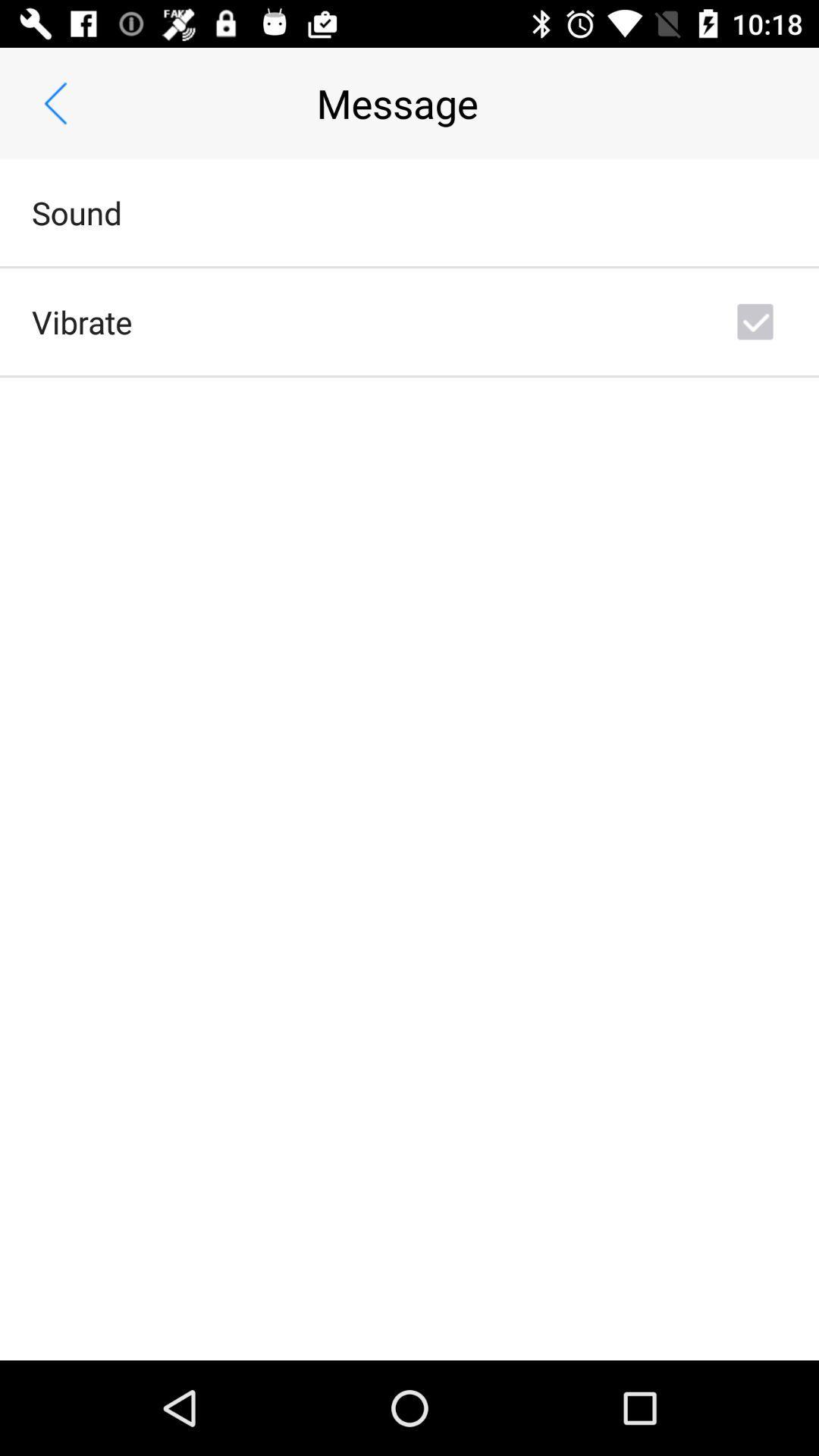 The height and width of the screenshot is (1456, 819). What do you see at coordinates (55, 102) in the screenshot?
I see `the icon to the left of message app` at bounding box center [55, 102].